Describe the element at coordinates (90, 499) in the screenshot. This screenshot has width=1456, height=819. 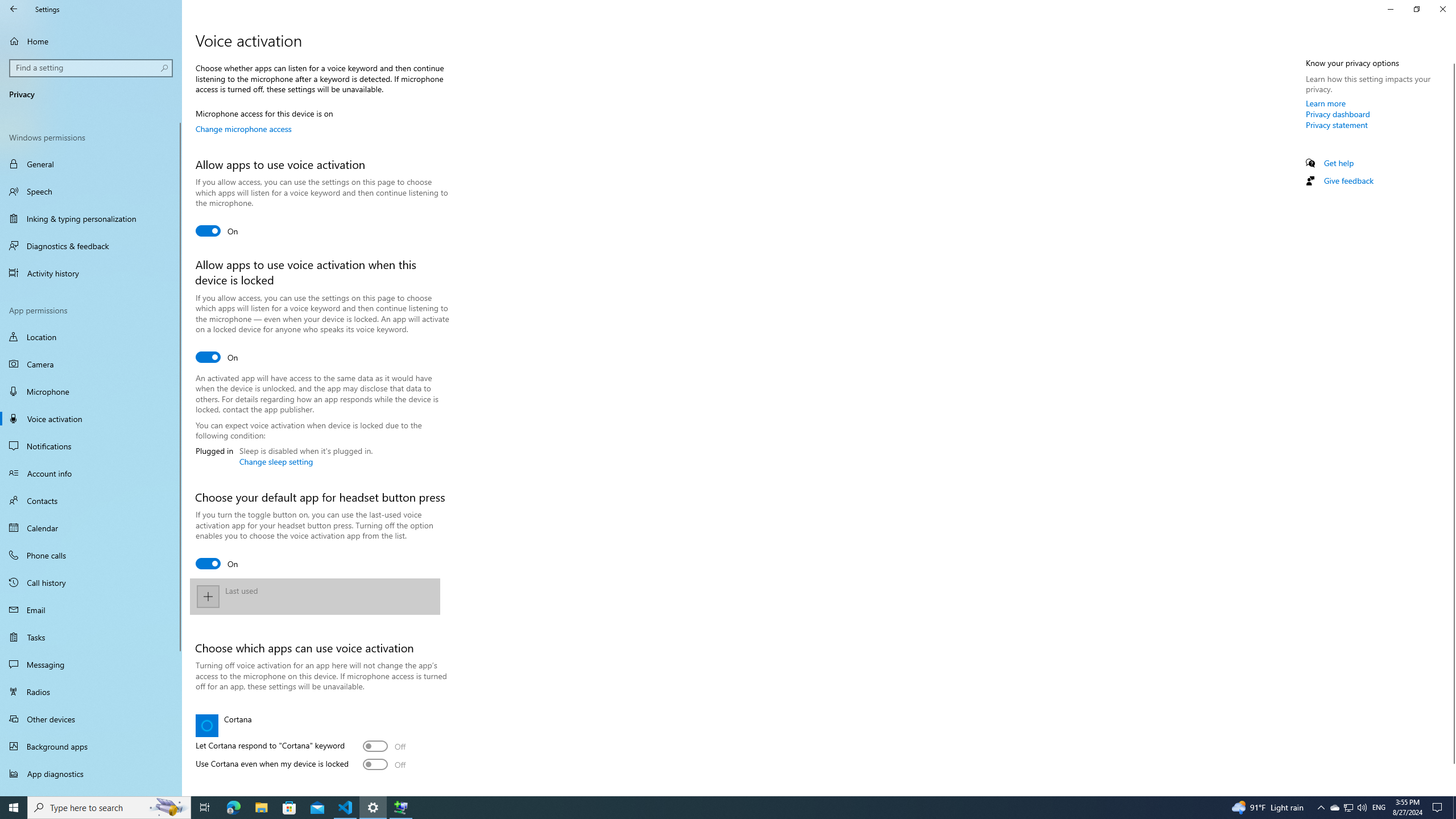
I see `'Contacts'` at that location.